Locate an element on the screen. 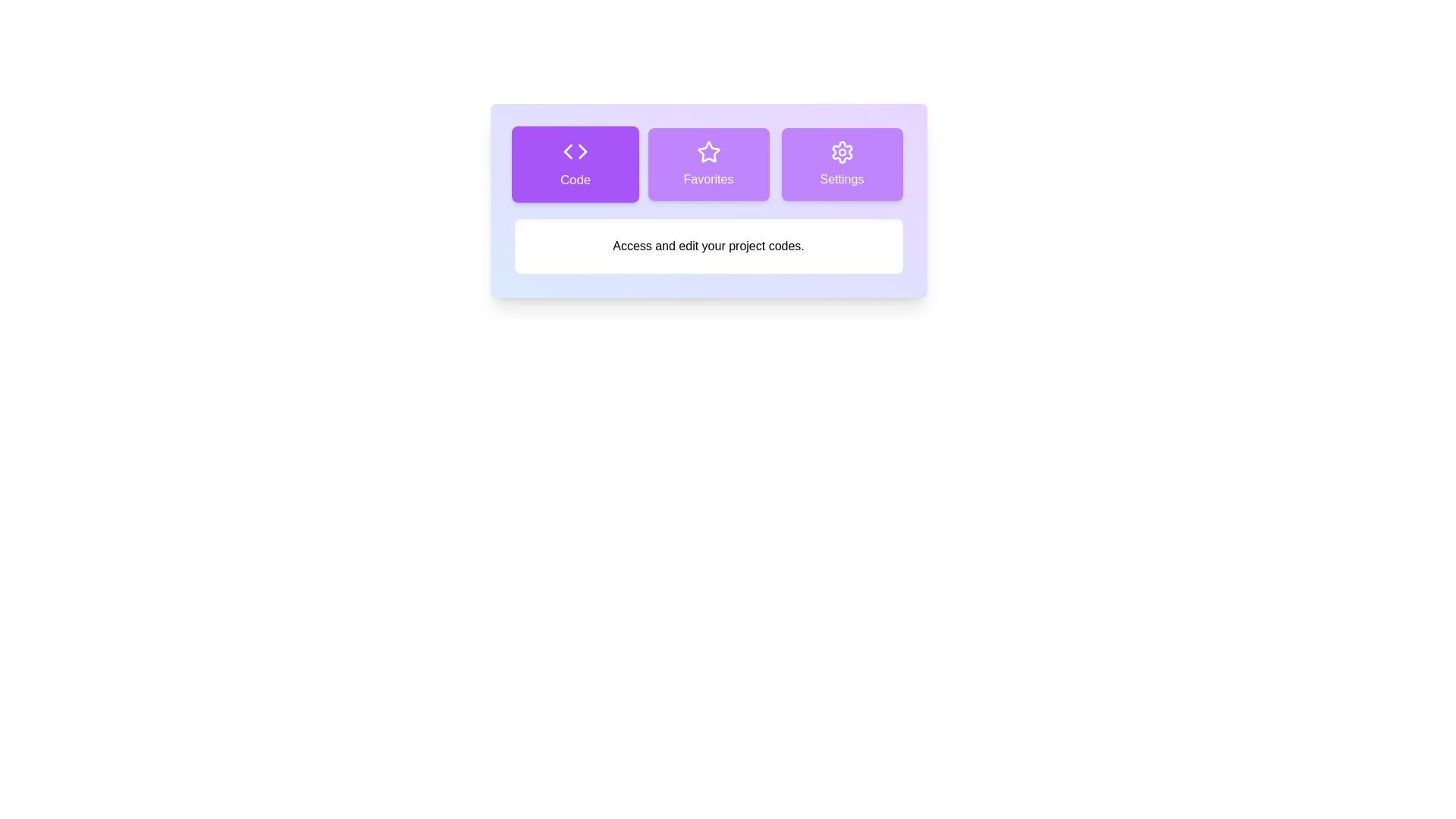 The image size is (1456, 819). the first button in the top left of the grid layout for keyboard interaction is located at coordinates (574, 164).